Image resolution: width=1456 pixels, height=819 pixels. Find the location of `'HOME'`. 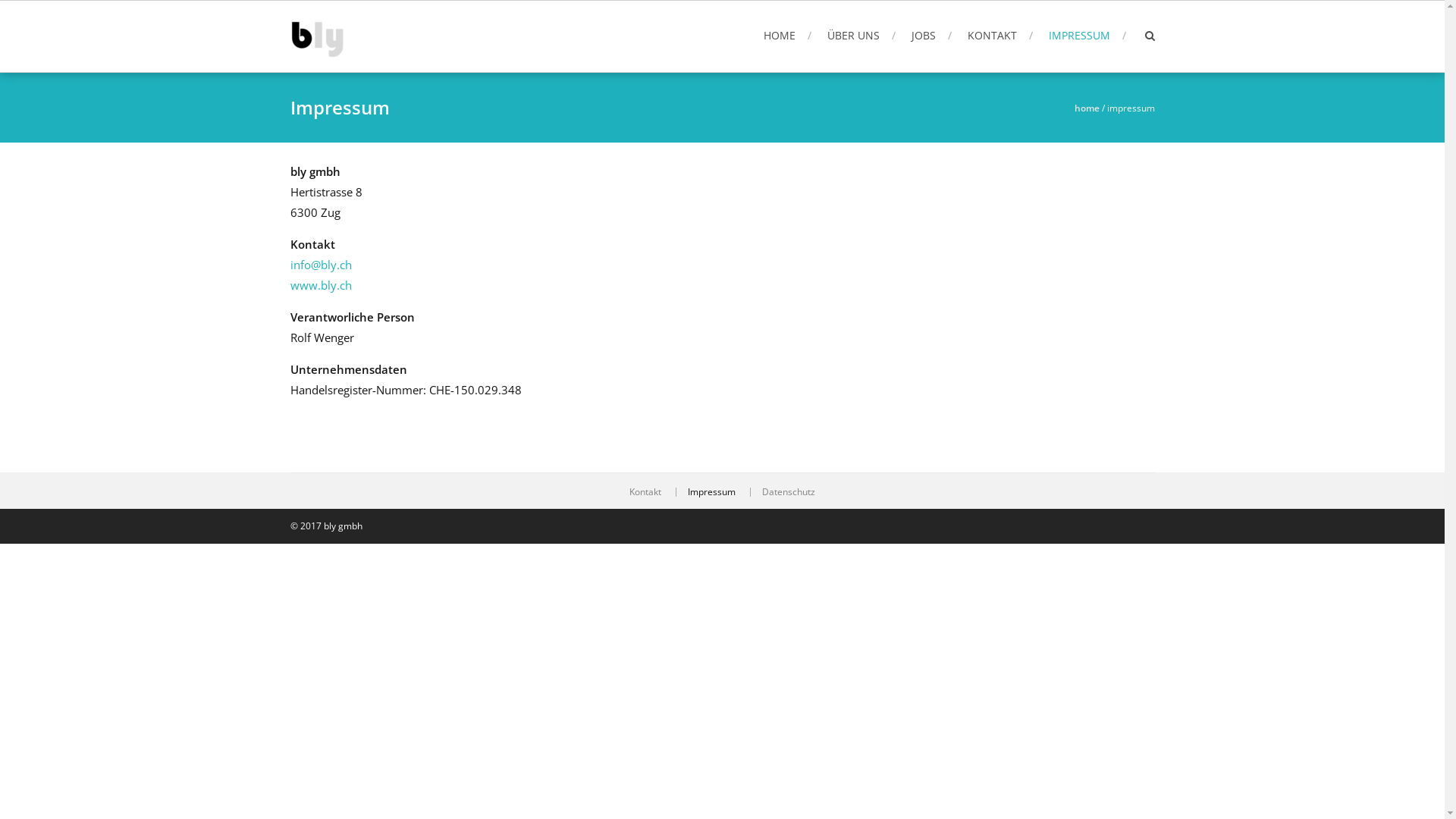

'HOME' is located at coordinates (786, 34).